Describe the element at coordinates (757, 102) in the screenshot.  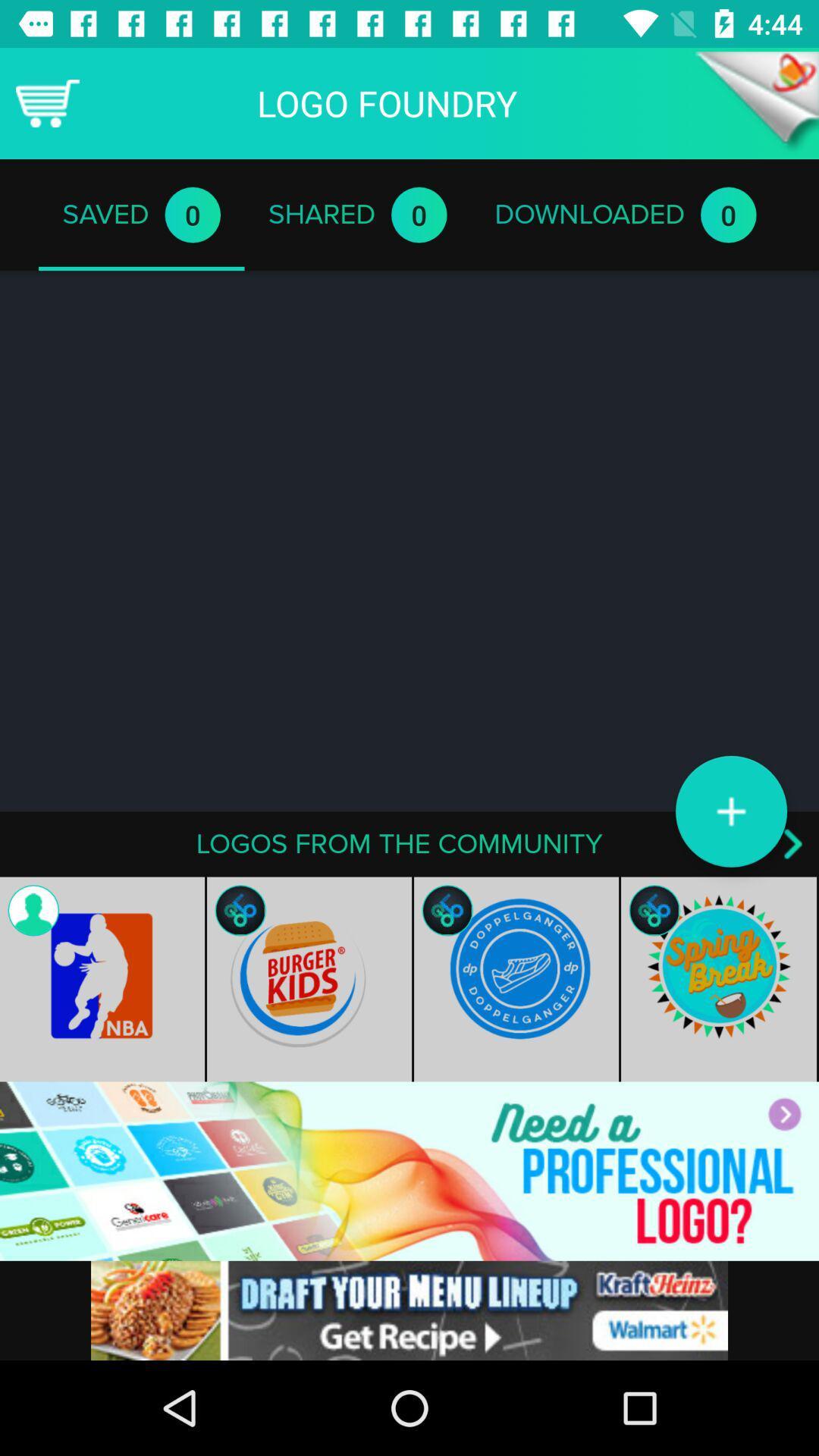
I see `back` at that location.